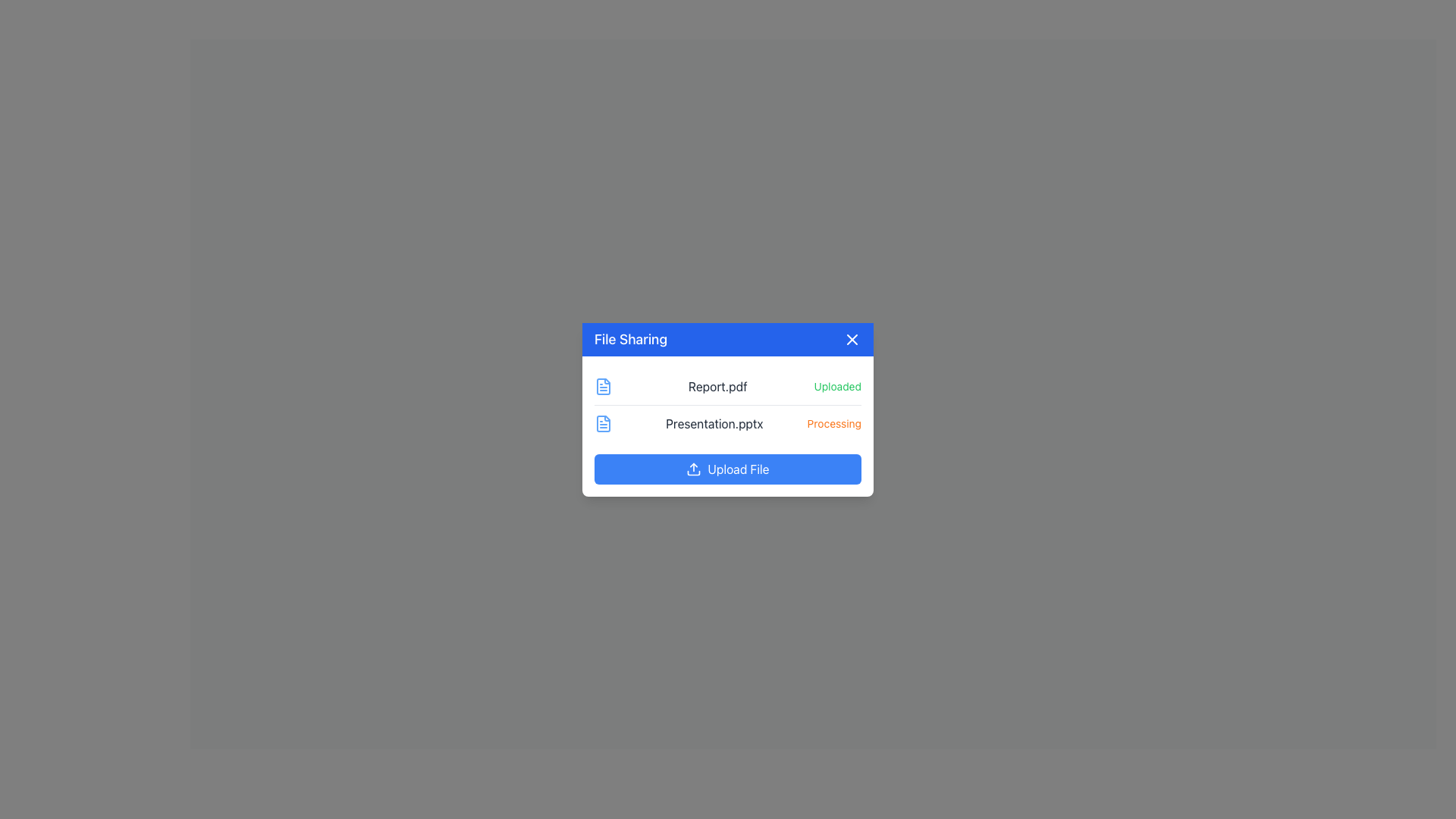  Describe the element at coordinates (833, 423) in the screenshot. I see `the 'Processing' label, which is styled in small orange text and indicates ongoing status, located at the far right of the row containing 'Presentation.pptx' in the file sharing dialog` at that location.